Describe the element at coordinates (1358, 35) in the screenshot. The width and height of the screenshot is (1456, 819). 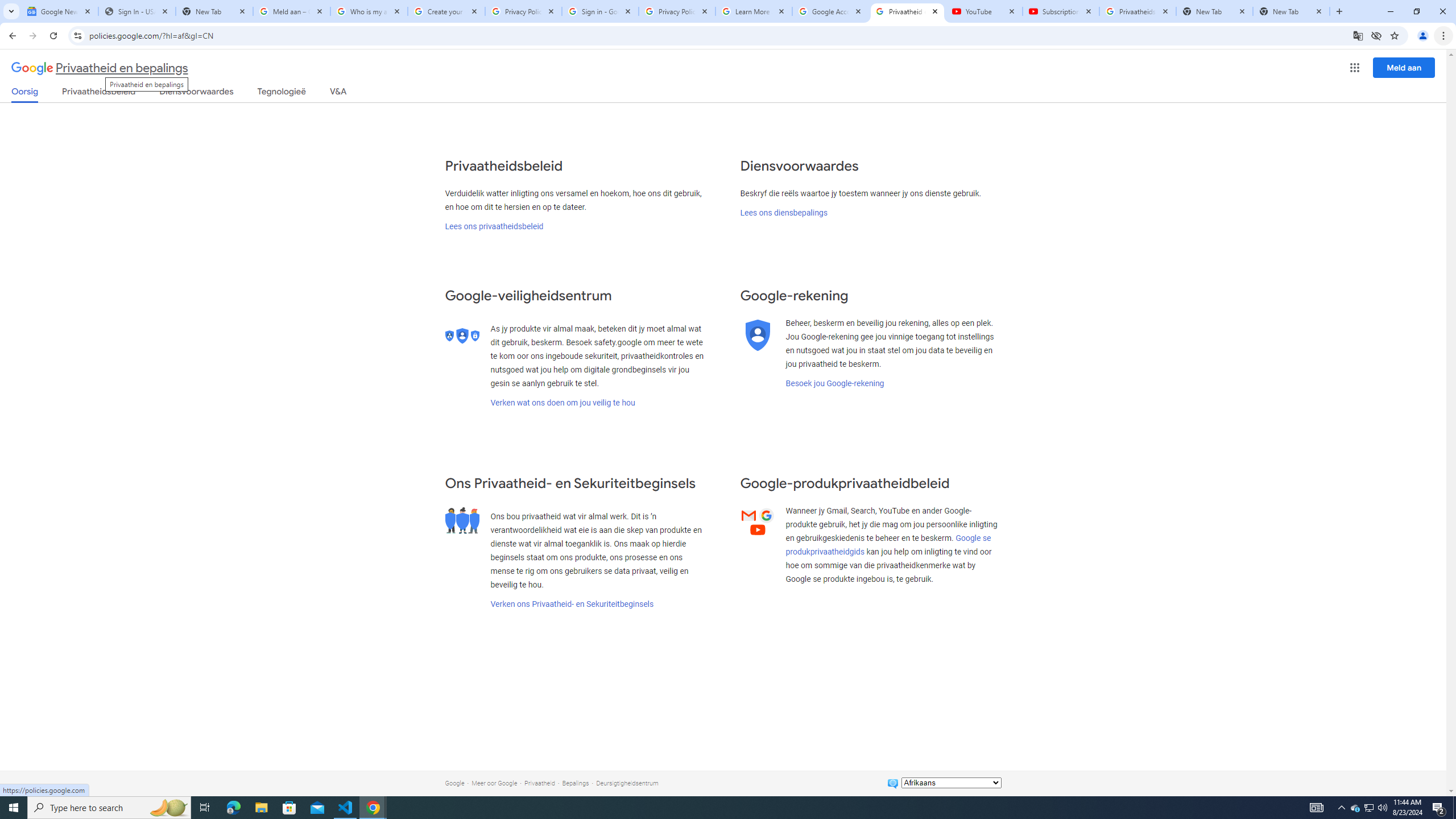
I see `'Translate this page'` at that location.